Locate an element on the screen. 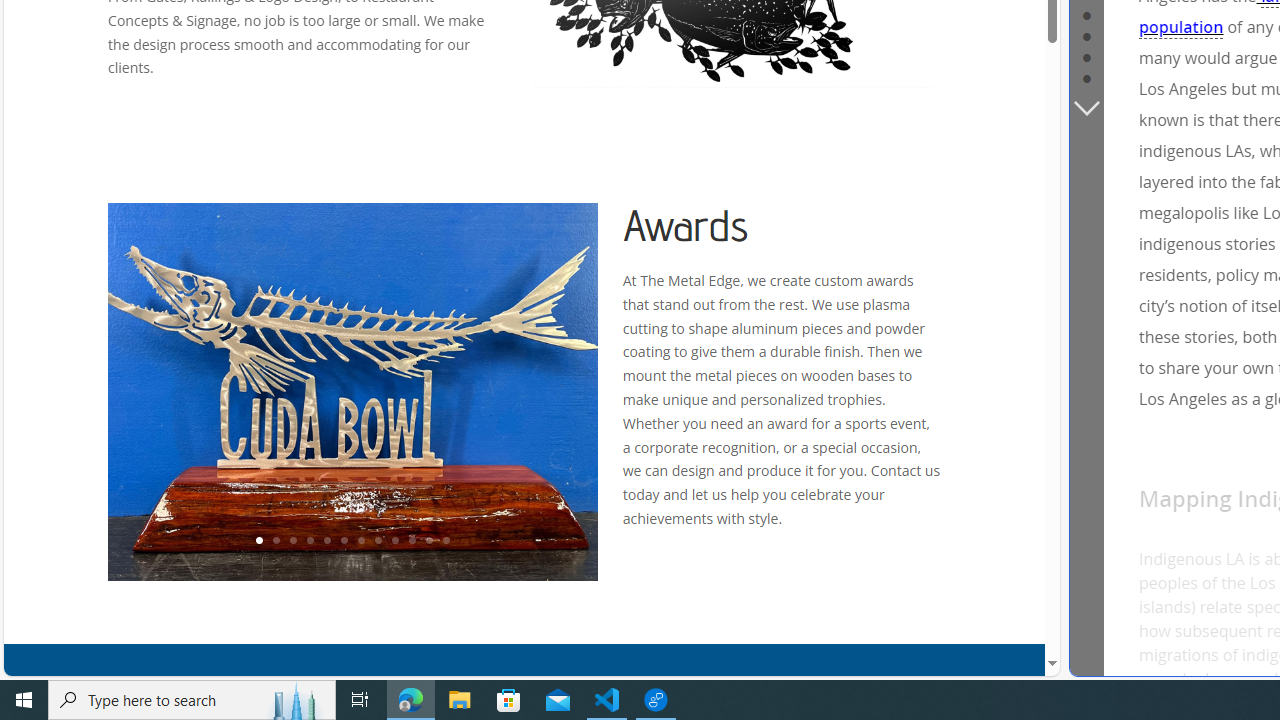  '12' is located at coordinates (445, 541).